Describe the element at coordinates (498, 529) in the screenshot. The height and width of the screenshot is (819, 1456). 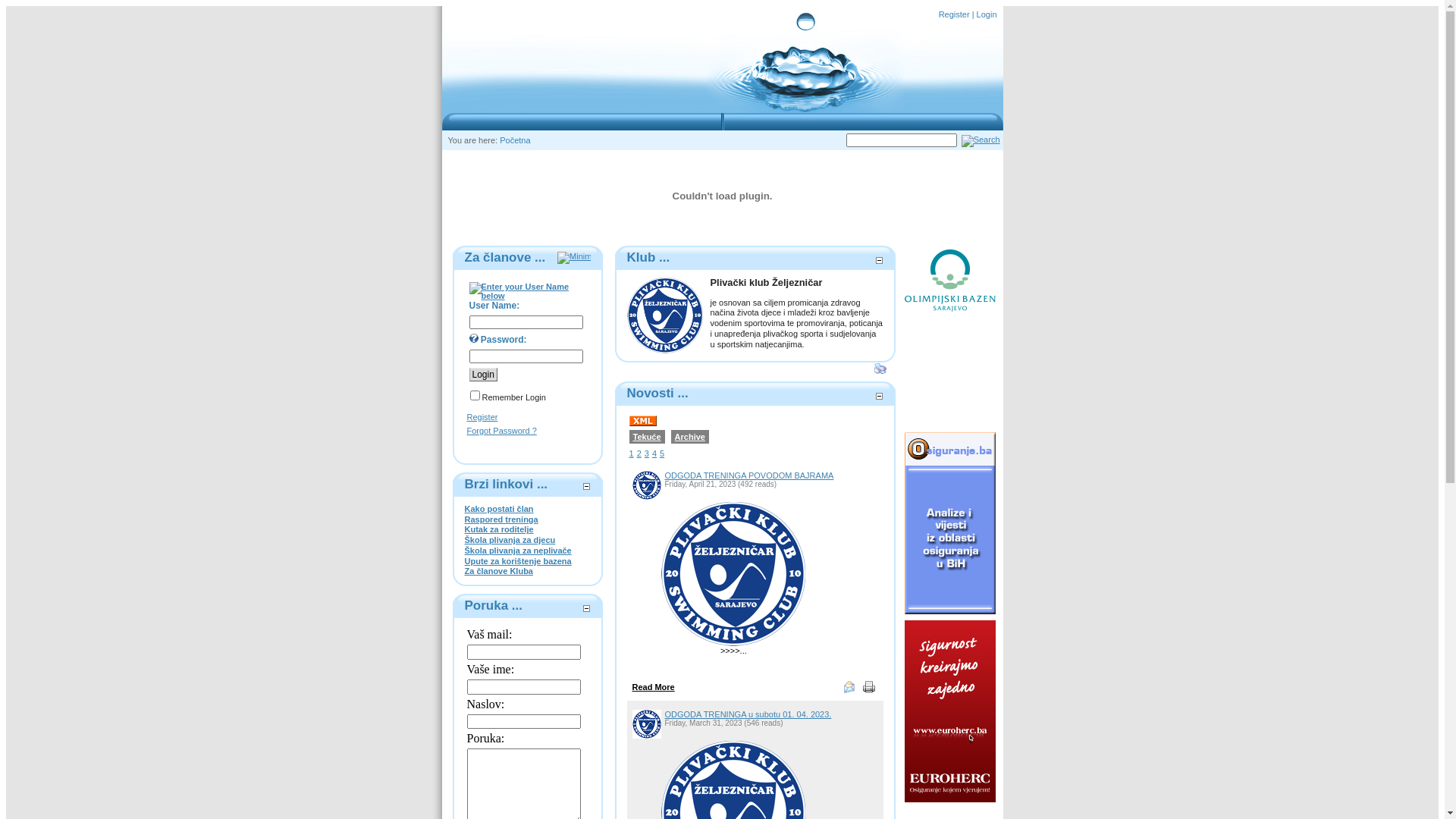
I see `'Kutak za roditelje'` at that location.